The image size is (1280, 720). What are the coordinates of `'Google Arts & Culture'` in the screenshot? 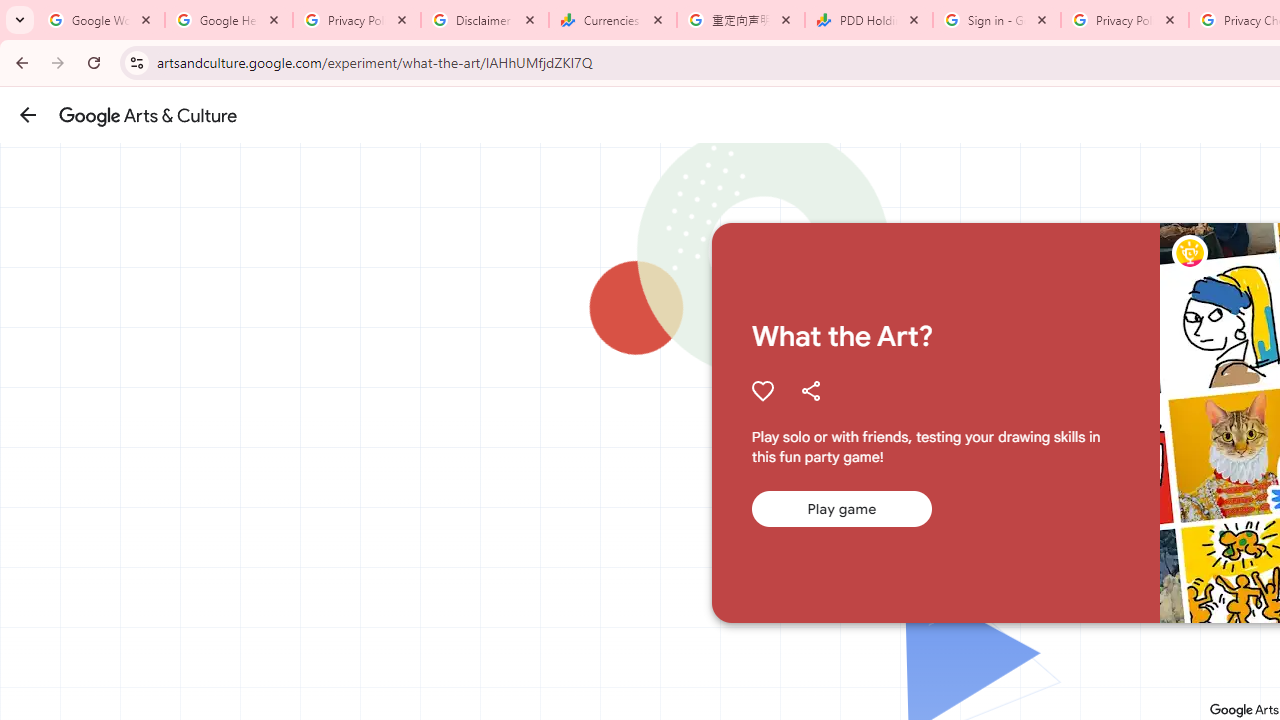 It's located at (147, 115).